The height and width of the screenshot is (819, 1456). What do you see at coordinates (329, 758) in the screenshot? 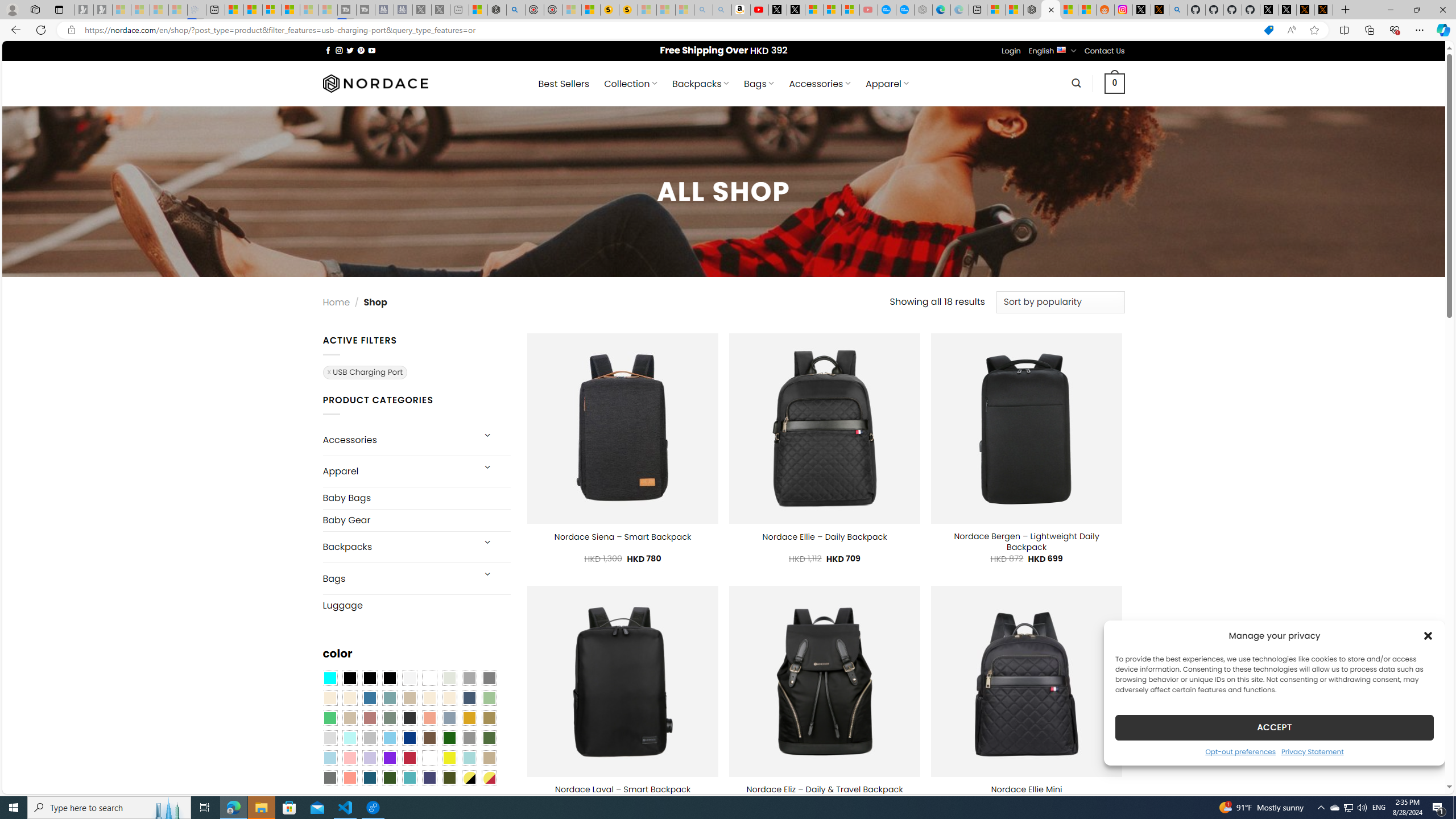
I see `'Light Blue'` at bounding box center [329, 758].